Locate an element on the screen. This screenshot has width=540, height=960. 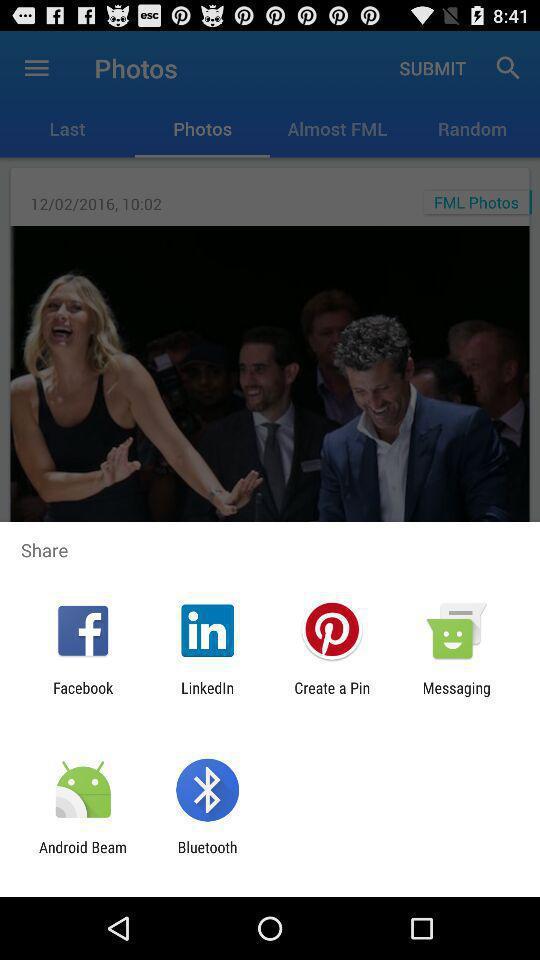
bluetooth item is located at coordinates (206, 855).